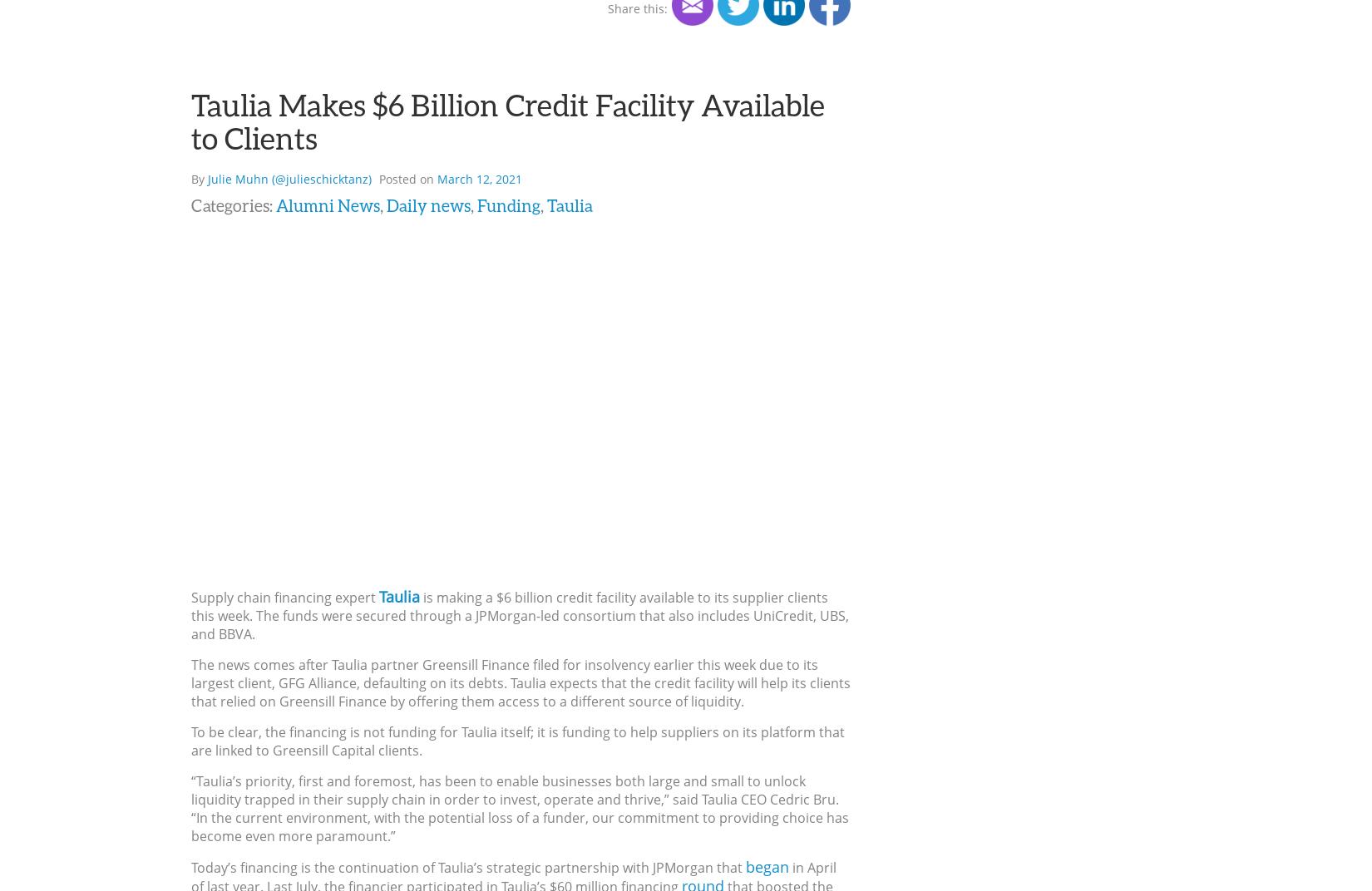 This screenshot has height=891, width=1372. I want to click on 'By', so click(200, 179).